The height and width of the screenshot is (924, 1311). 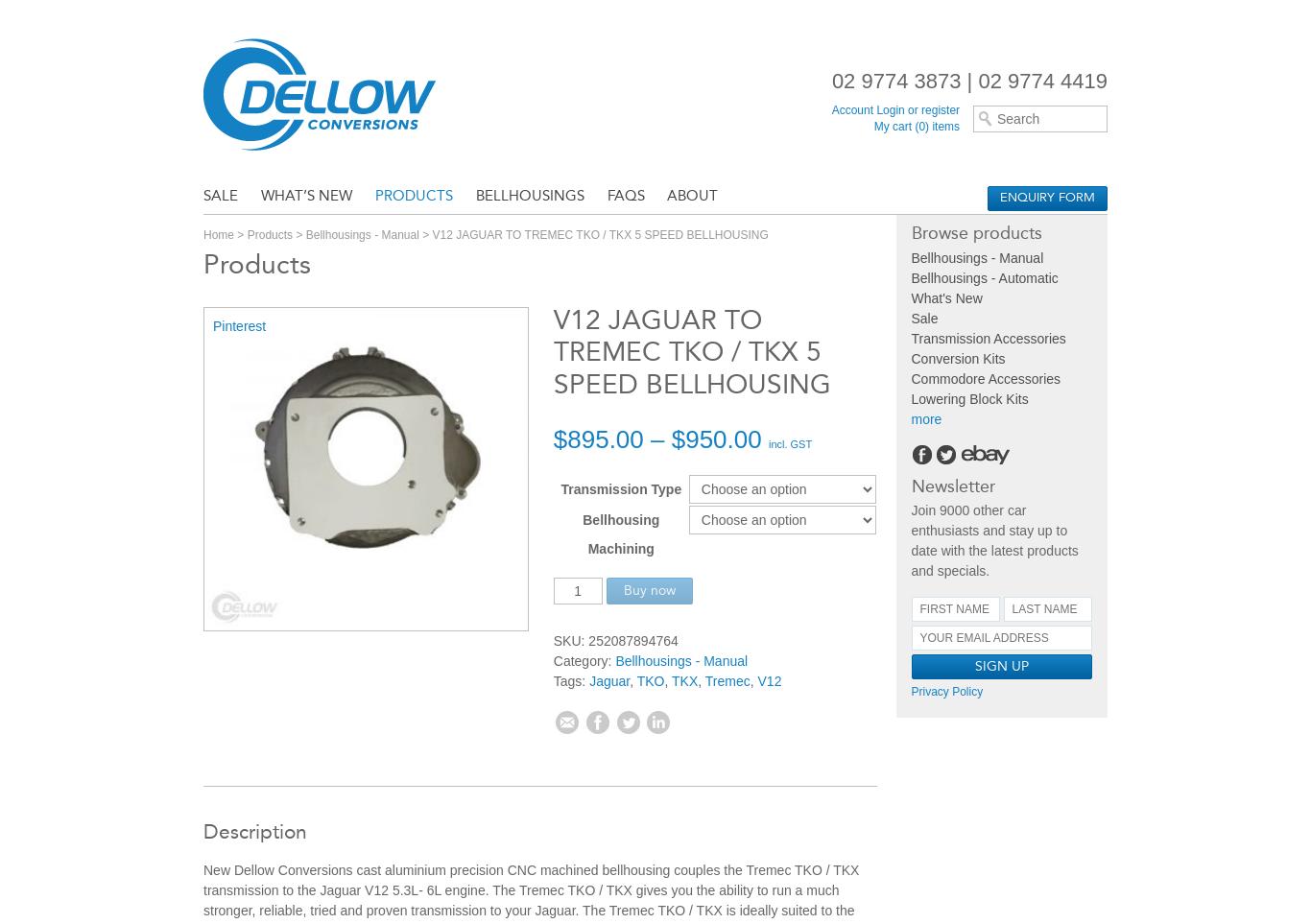 I want to click on 'Tremec', so click(x=727, y=680).